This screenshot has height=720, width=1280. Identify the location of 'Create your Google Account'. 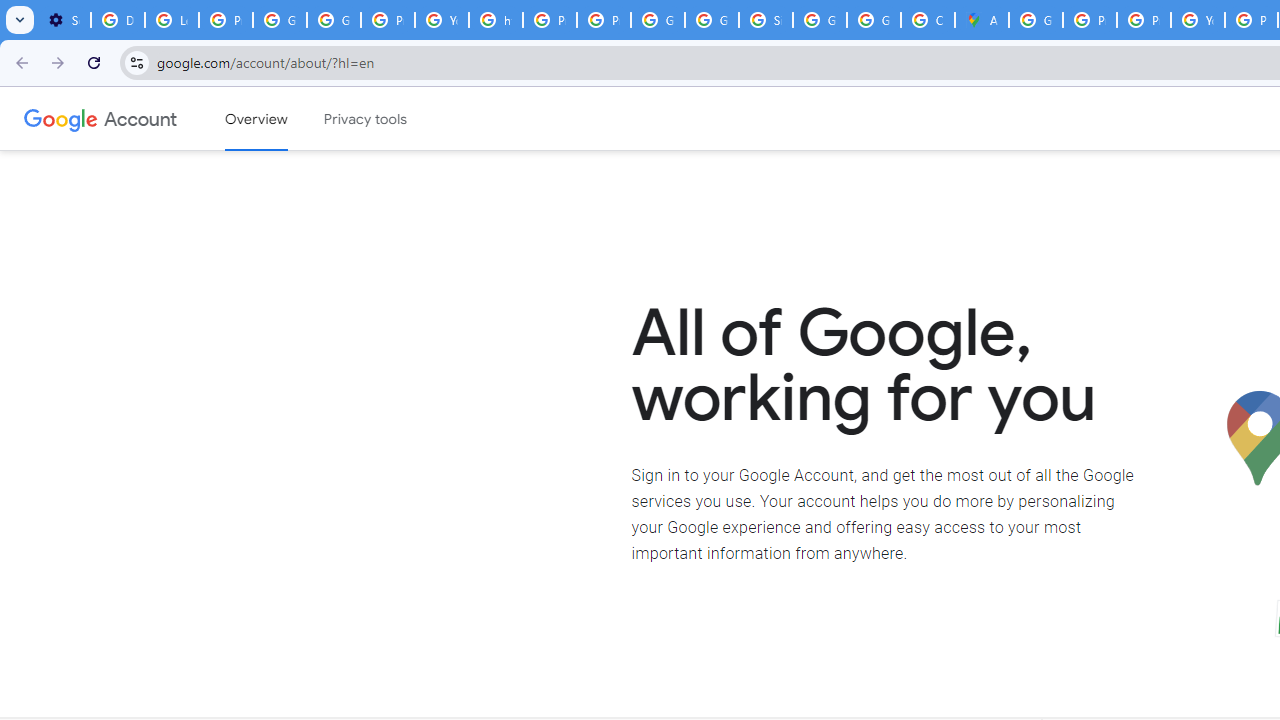
(927, 20).